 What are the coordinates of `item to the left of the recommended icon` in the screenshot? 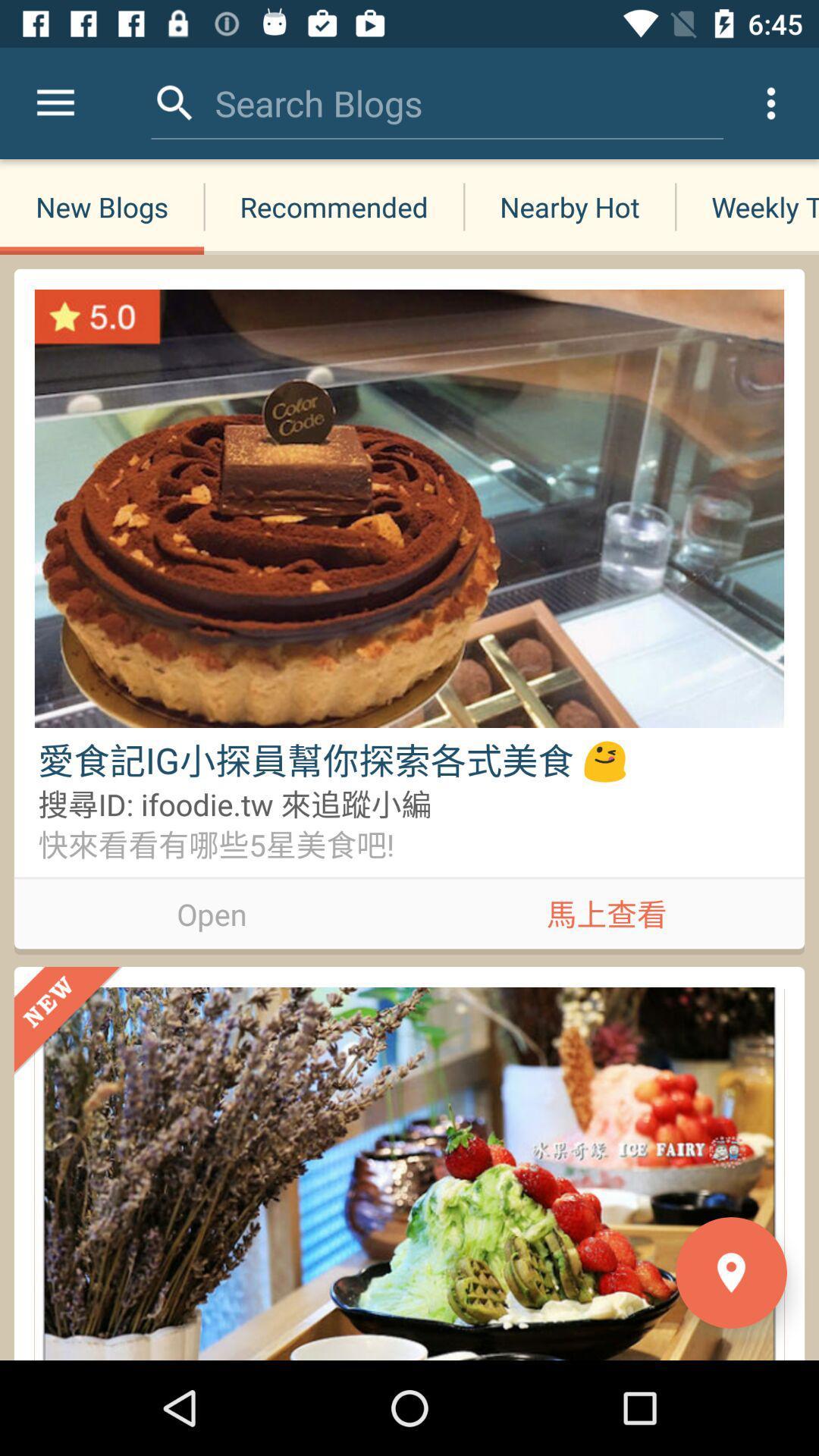 It's located at (102, 206).